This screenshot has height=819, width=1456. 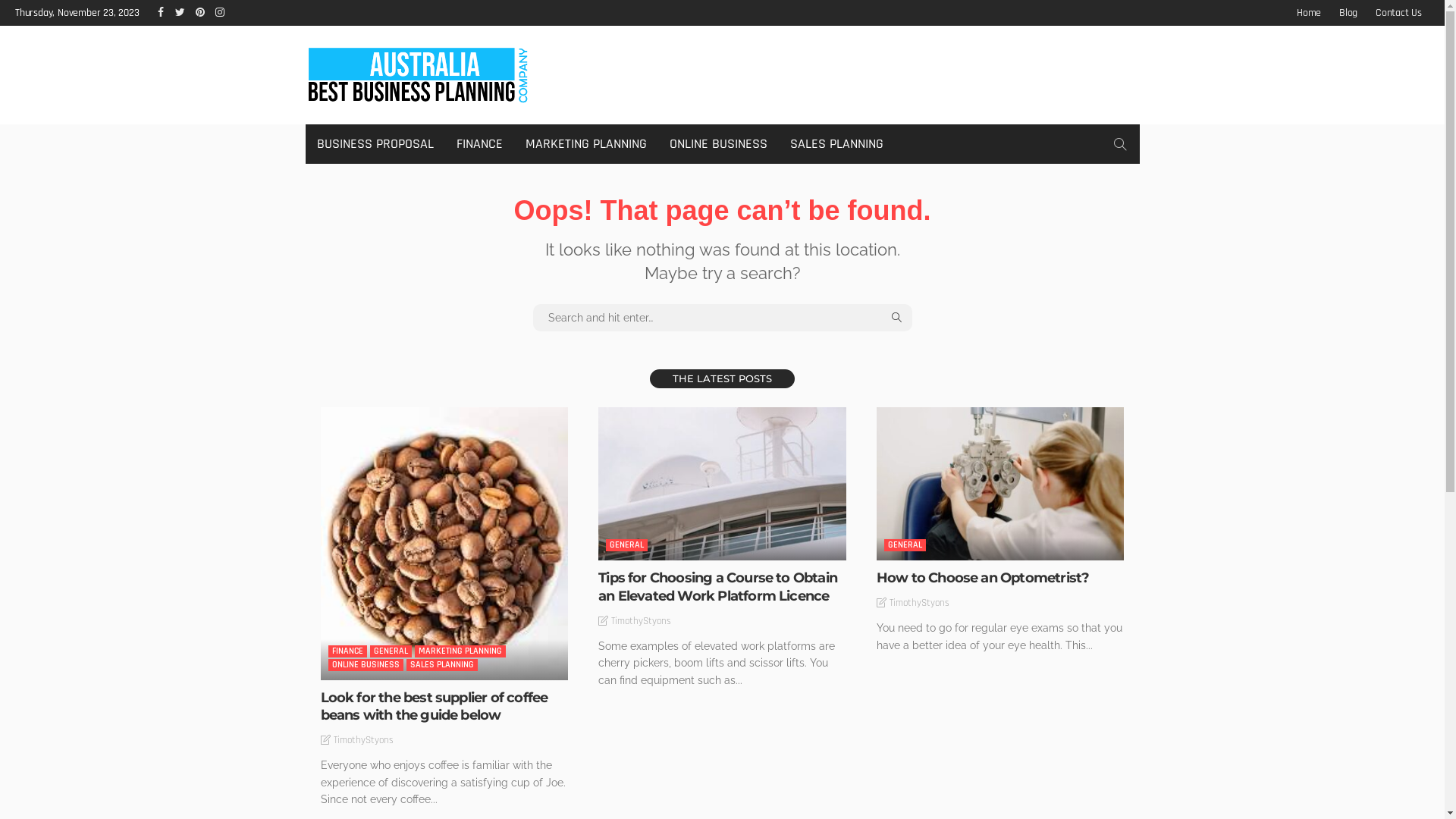 I want to click on 'Home', so click(x=1288, y=12).